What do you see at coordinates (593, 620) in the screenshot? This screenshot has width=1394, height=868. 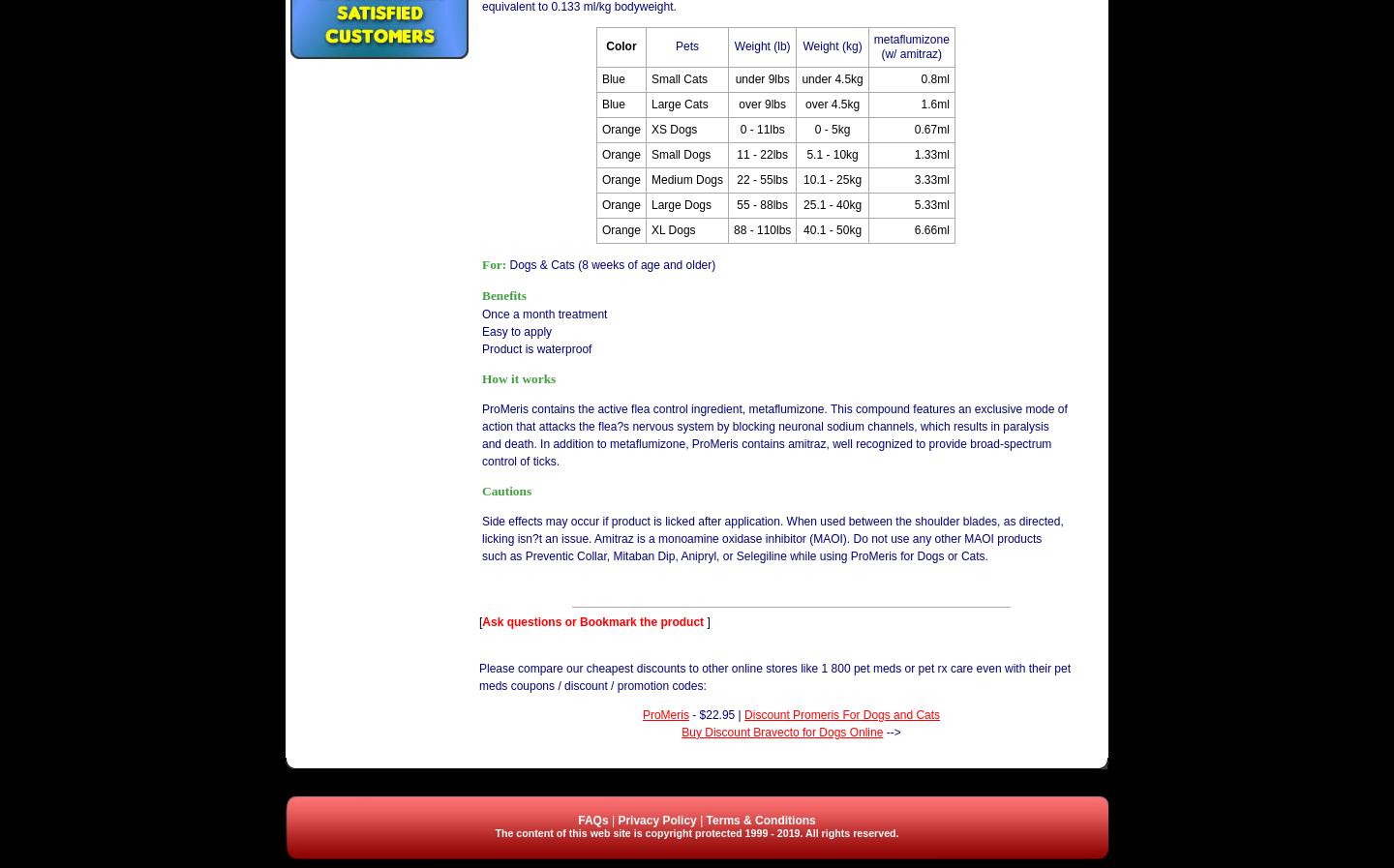 I see `'Ask questions or Bookmark the product'` at bounding box center [593, 620].